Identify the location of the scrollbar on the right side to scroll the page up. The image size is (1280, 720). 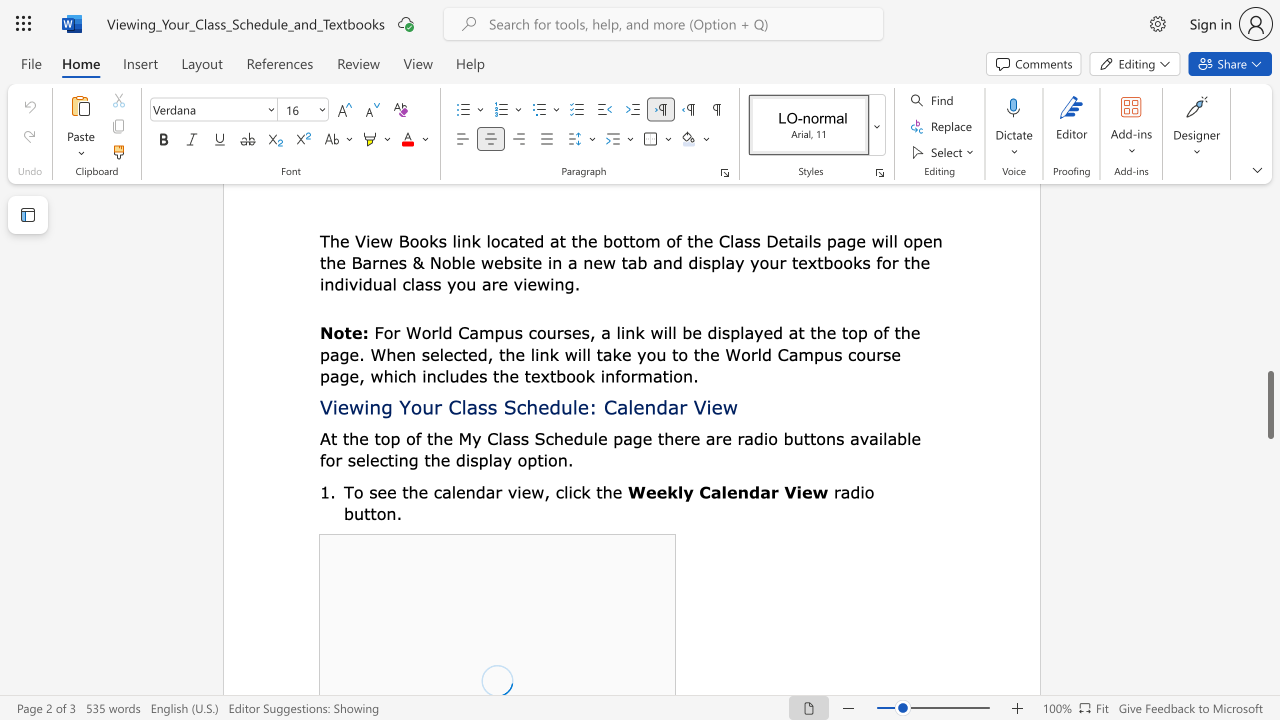
(1269, 348).